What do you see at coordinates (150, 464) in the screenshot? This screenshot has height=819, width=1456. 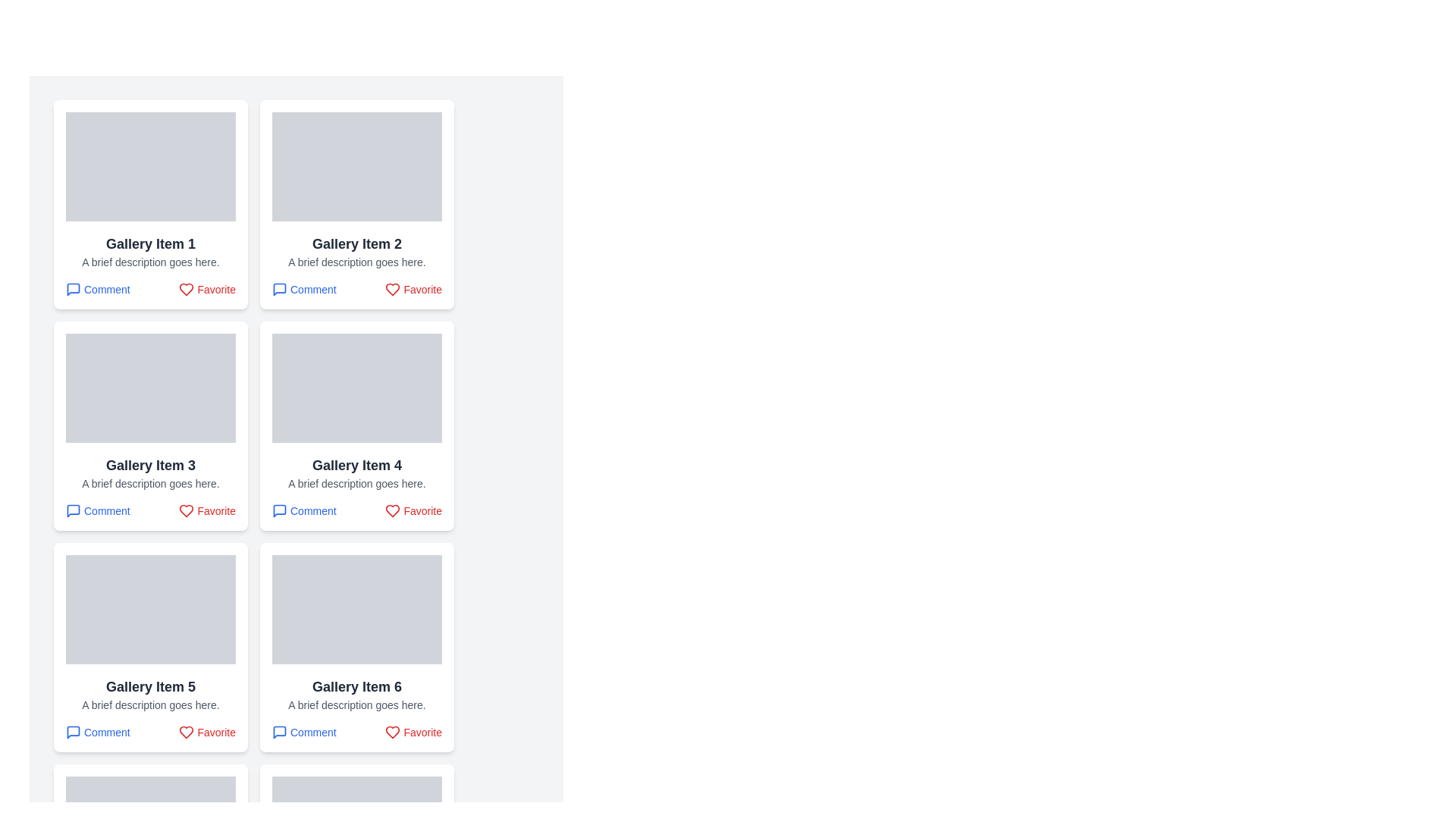 I see `text label that says 'Gallery Item 3', which is styled in bold, large font and located below an image placeholder in the card layout` at bounding box center [150, 464].